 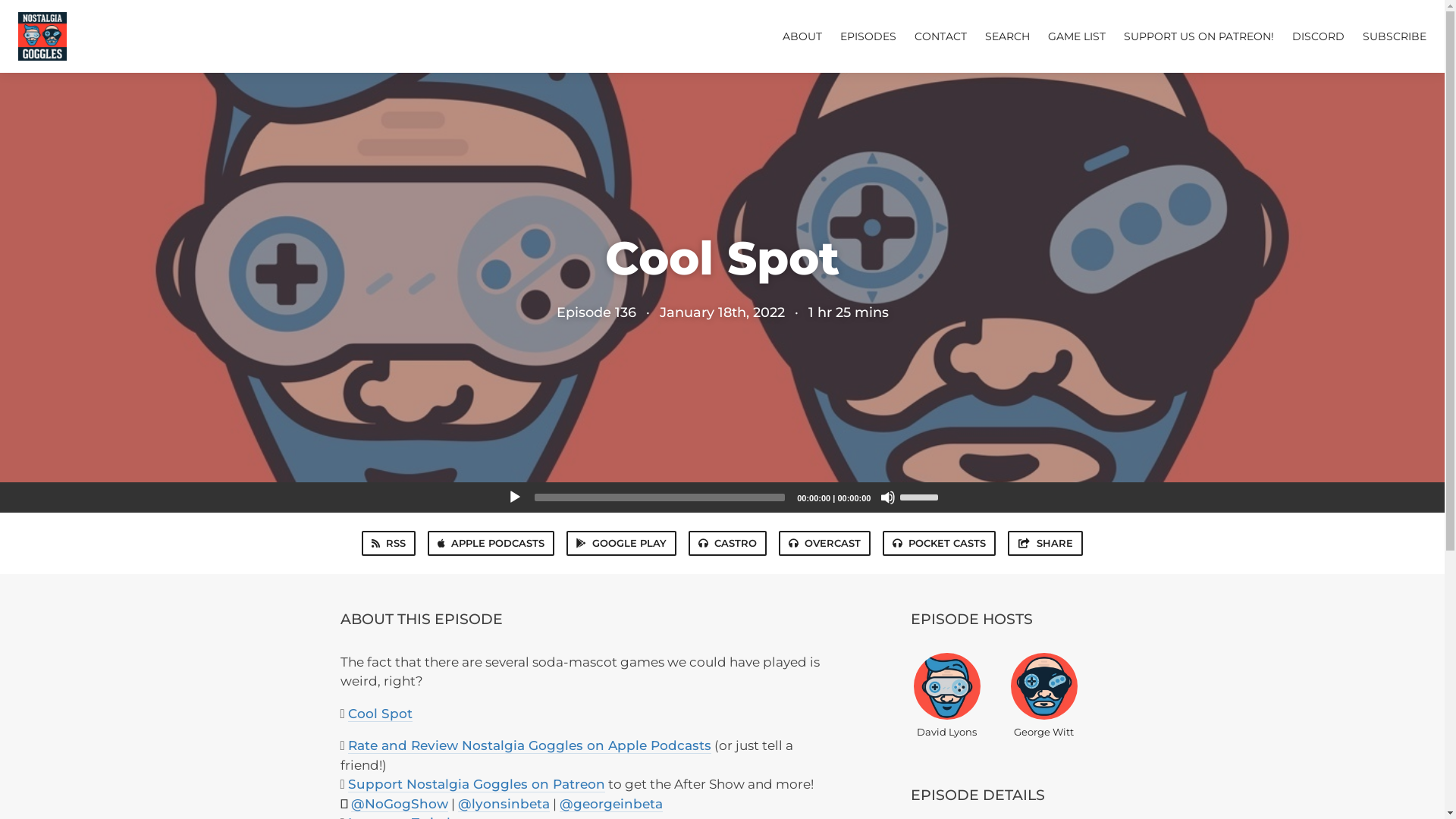 What do you see at coordinates (1394, 35) in the screenshot?
I see `'SUBSCRIBE'` at bounding box center [1394, 35].